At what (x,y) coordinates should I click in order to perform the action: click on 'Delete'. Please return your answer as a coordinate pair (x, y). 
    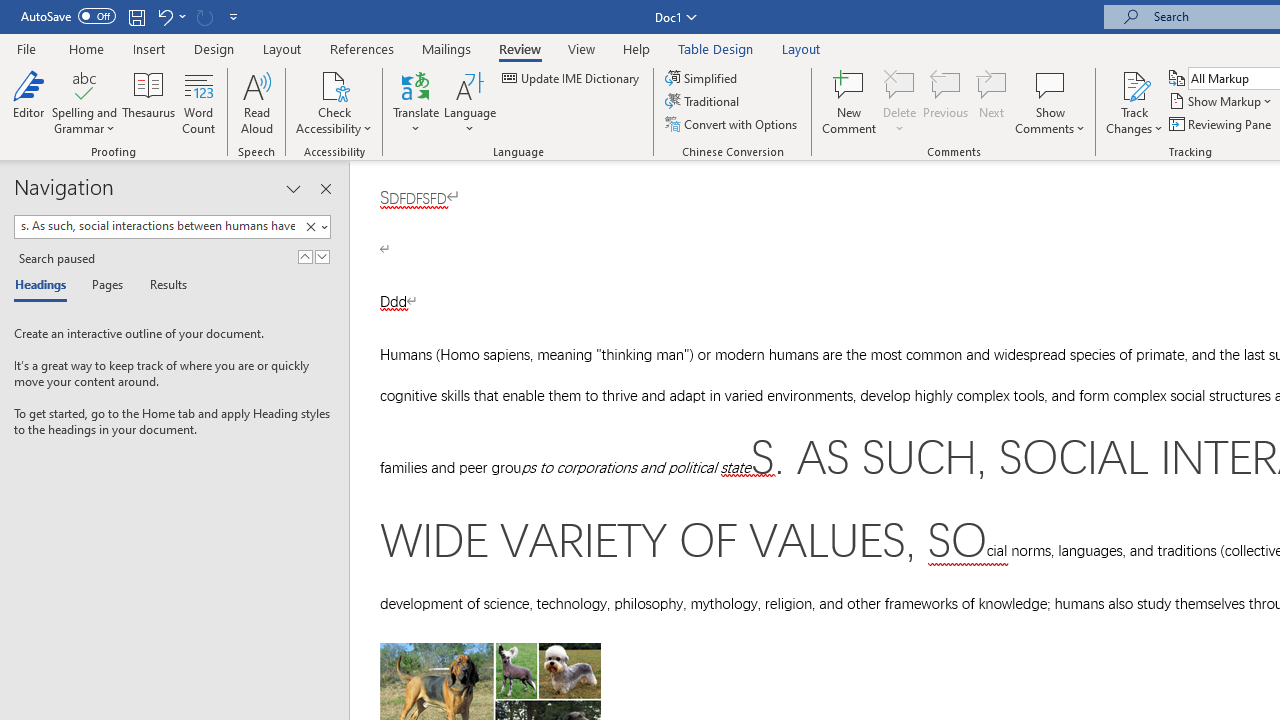
    Looking at the image, I should click on (899, 103).